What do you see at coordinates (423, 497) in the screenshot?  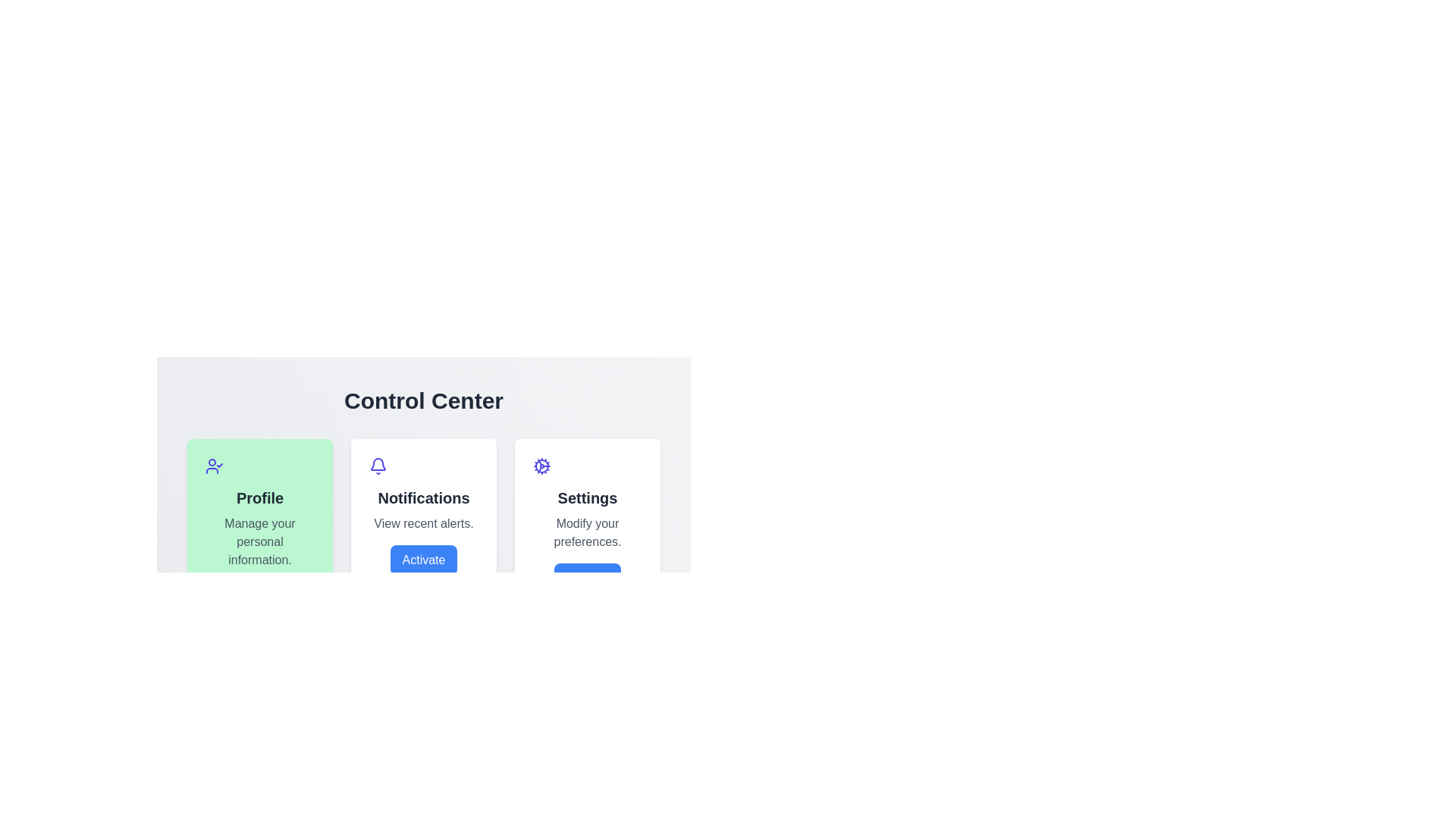 I see `the bold text label displaying 'Notifications' located centrally in the Notifications card, above the description 'View recent alerts.'` at bounding box center [423, 497].